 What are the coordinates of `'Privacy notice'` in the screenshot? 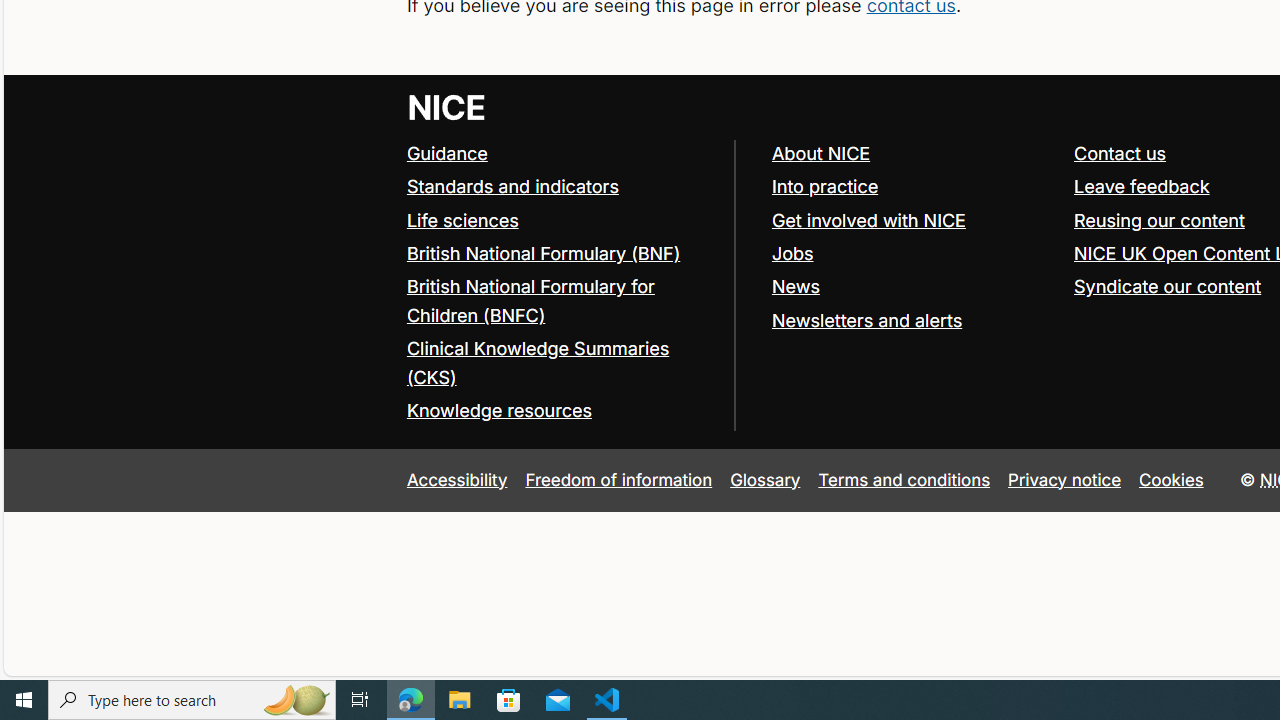 It's located at (1064, 479).